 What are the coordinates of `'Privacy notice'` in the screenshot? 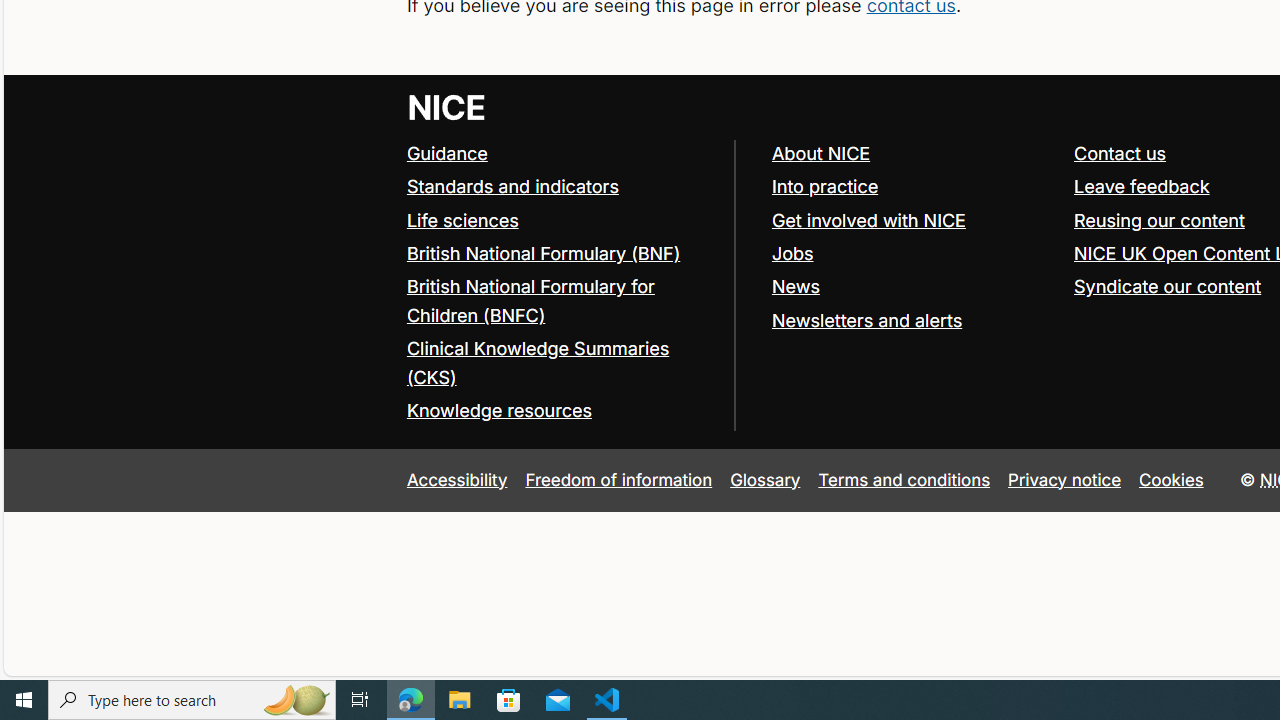 It's located at (1064, 479).